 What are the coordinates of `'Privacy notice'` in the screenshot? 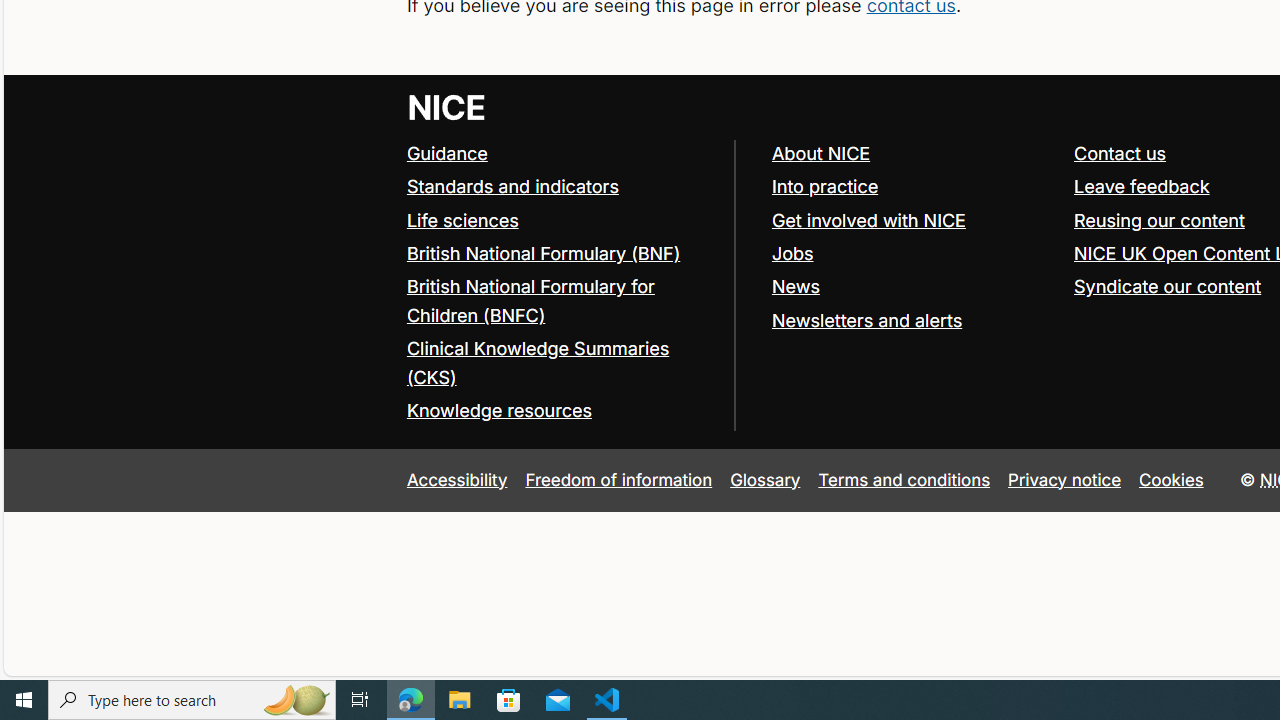 It's located at (1064, 479).